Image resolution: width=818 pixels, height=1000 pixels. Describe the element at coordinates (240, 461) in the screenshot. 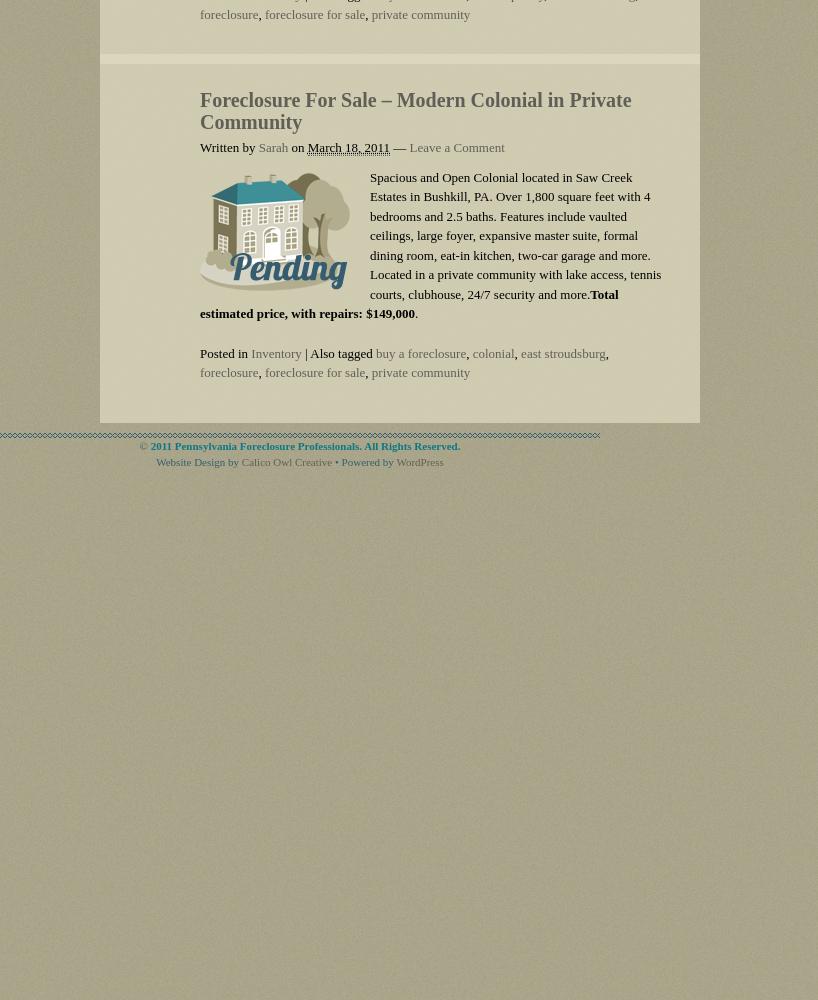

I see `'Calico Owl Creative'` at that location.